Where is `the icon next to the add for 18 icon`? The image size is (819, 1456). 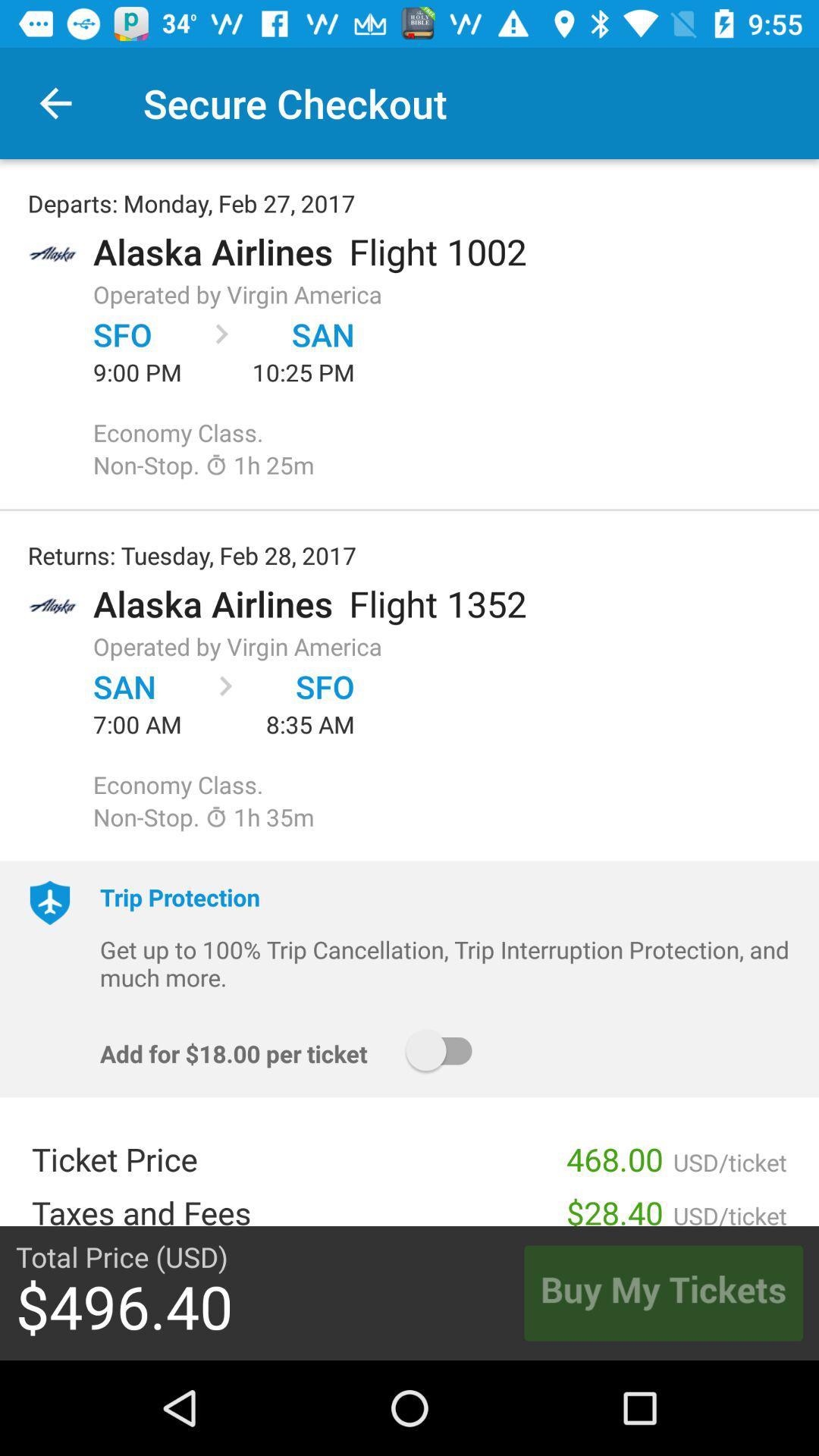 the icon next to the add for 18 icon is located at coordinates (445, 1050).